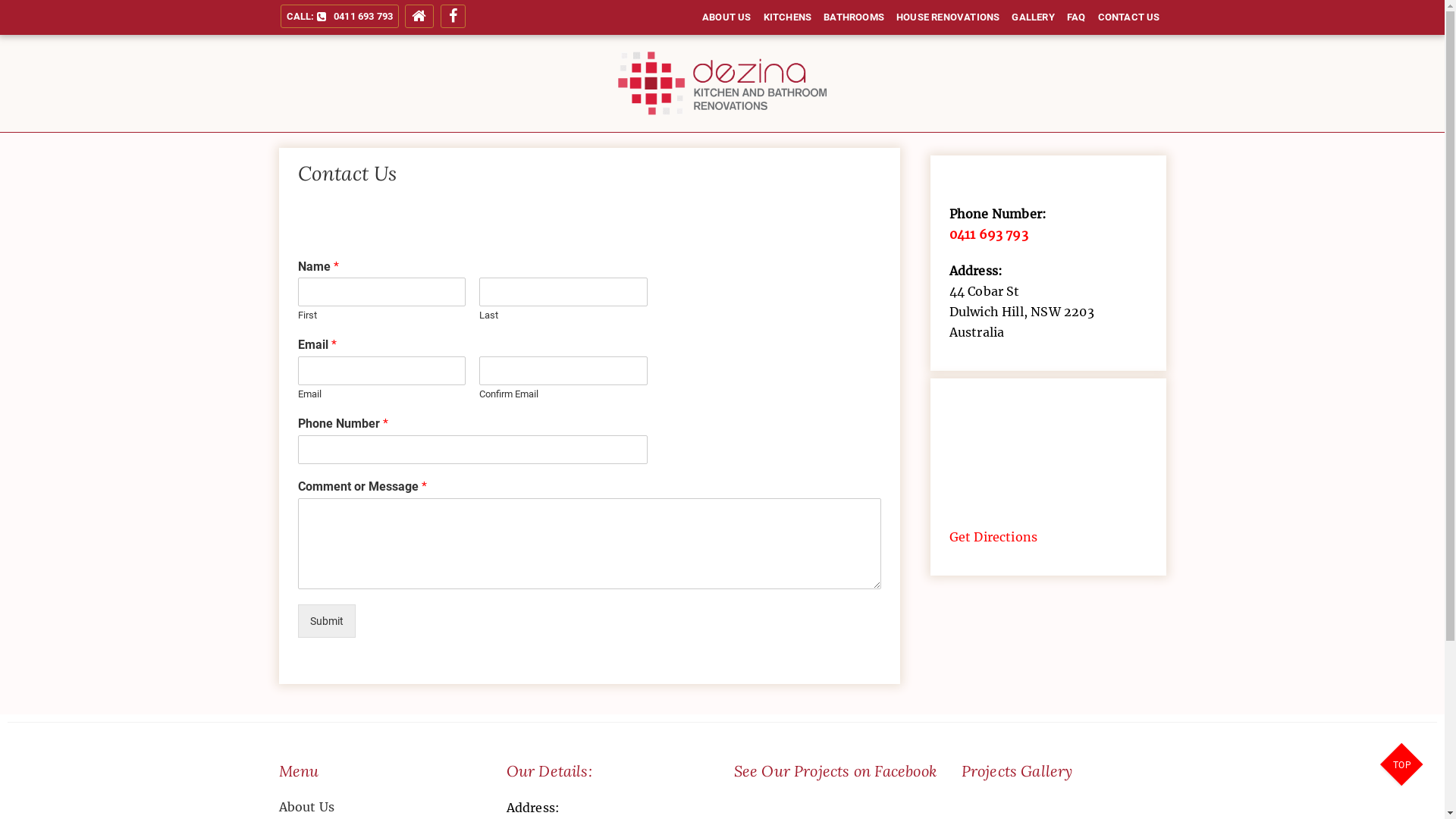 This screenshot has width=1456, height=819. I want to click on 'Home Page', so click(404, 16).